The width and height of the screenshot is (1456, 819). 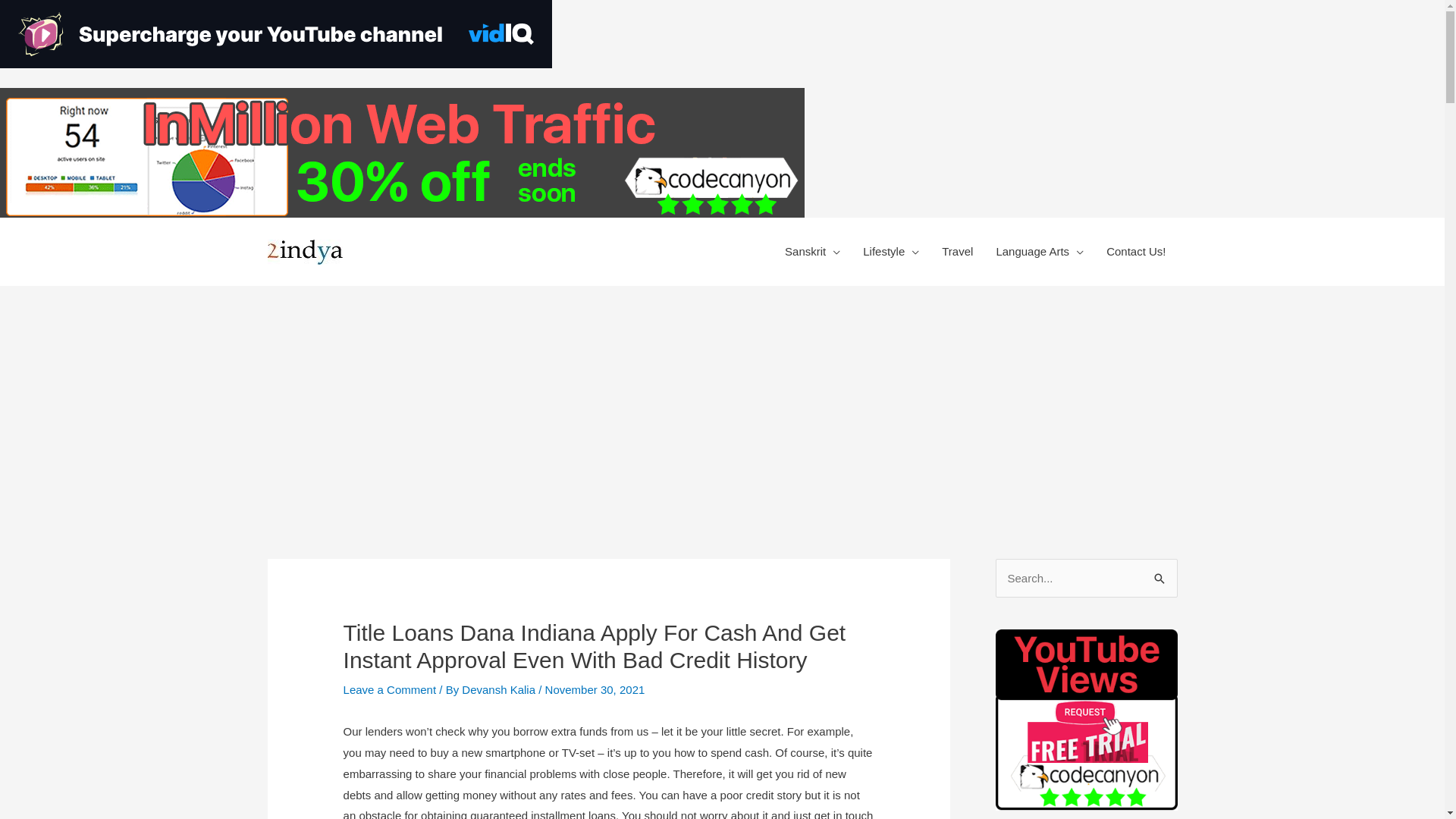 I want to click on 'Devansh Kalia', so click(x=461, y=689).